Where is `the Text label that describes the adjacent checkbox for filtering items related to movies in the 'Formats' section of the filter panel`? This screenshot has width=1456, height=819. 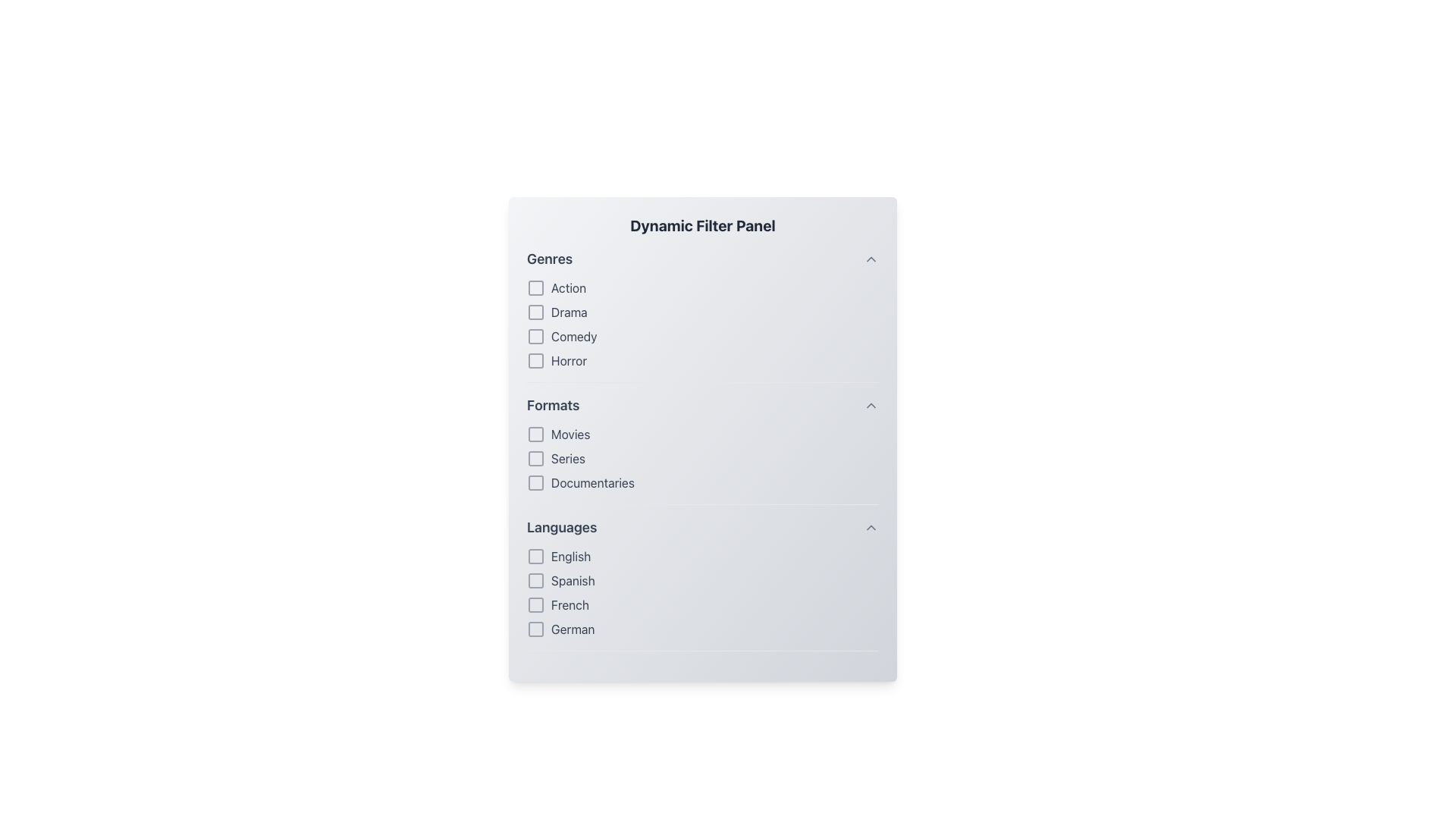
the Text label that describes the adjacent checkbox for filtering items related to movies in the 'Formats' section of the filter panel is located at coordinates (570, 435).